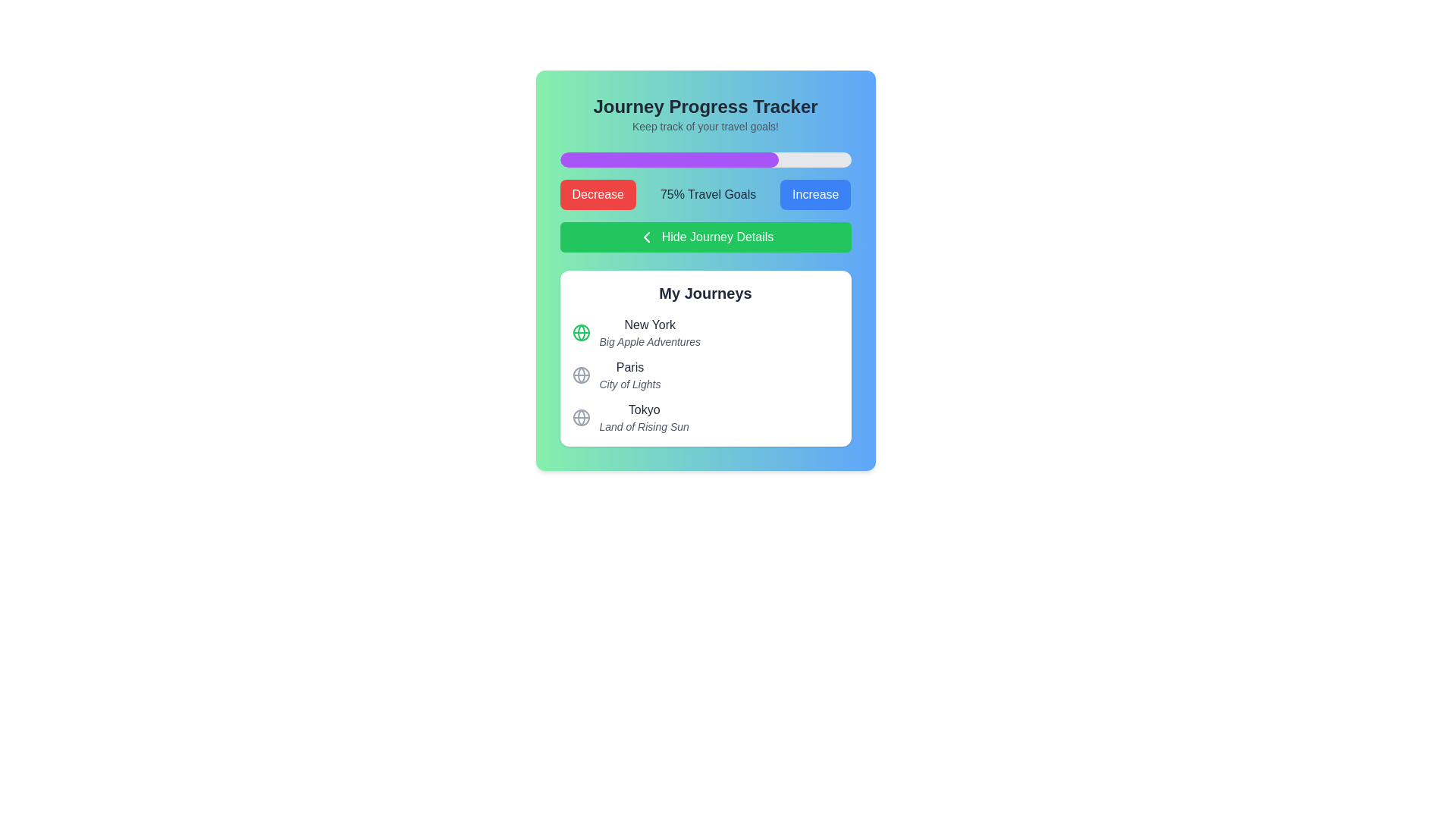 This screenshot has width=1456, height=819. Describe the element at coordinates (704, 237) in the screenshot. I see `the rectangular green button labeled 'Hide Journey Details'` at that location.